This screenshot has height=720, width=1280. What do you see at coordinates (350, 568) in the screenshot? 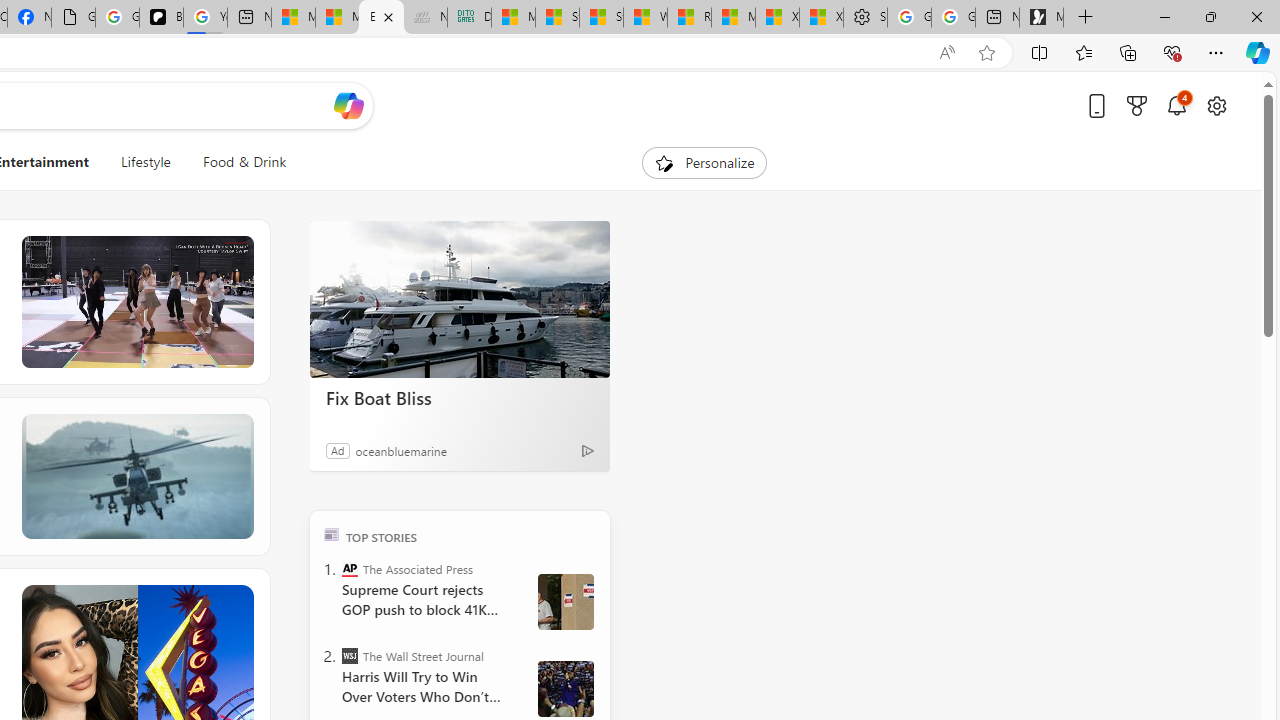
I see `'The Associated Press'` at bounding box center [350, 568].